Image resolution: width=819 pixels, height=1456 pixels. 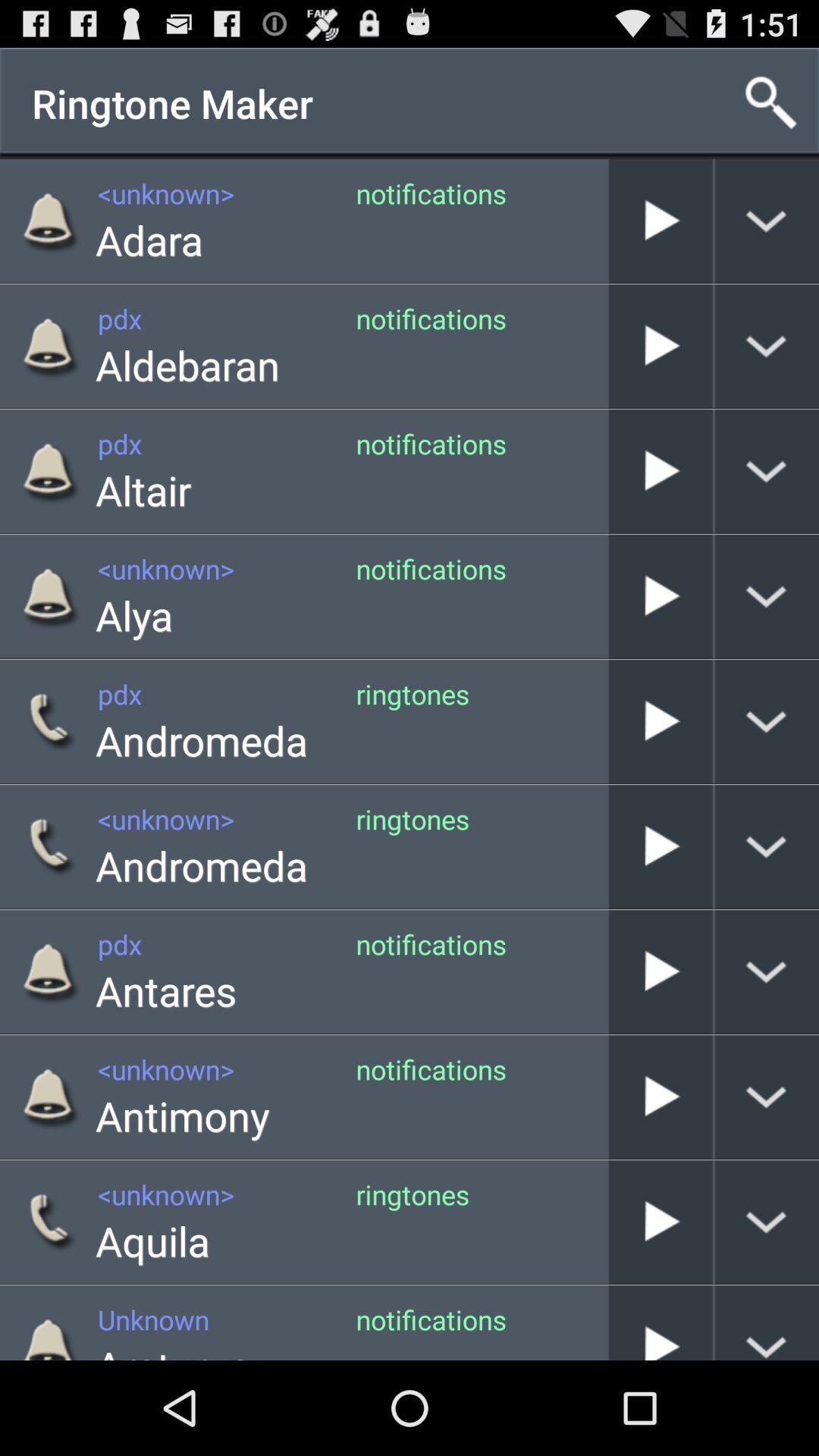 What do you see at coordinates (660, 470) in the screenshot?
I see `ringtone` at bounding box center [660, 470].